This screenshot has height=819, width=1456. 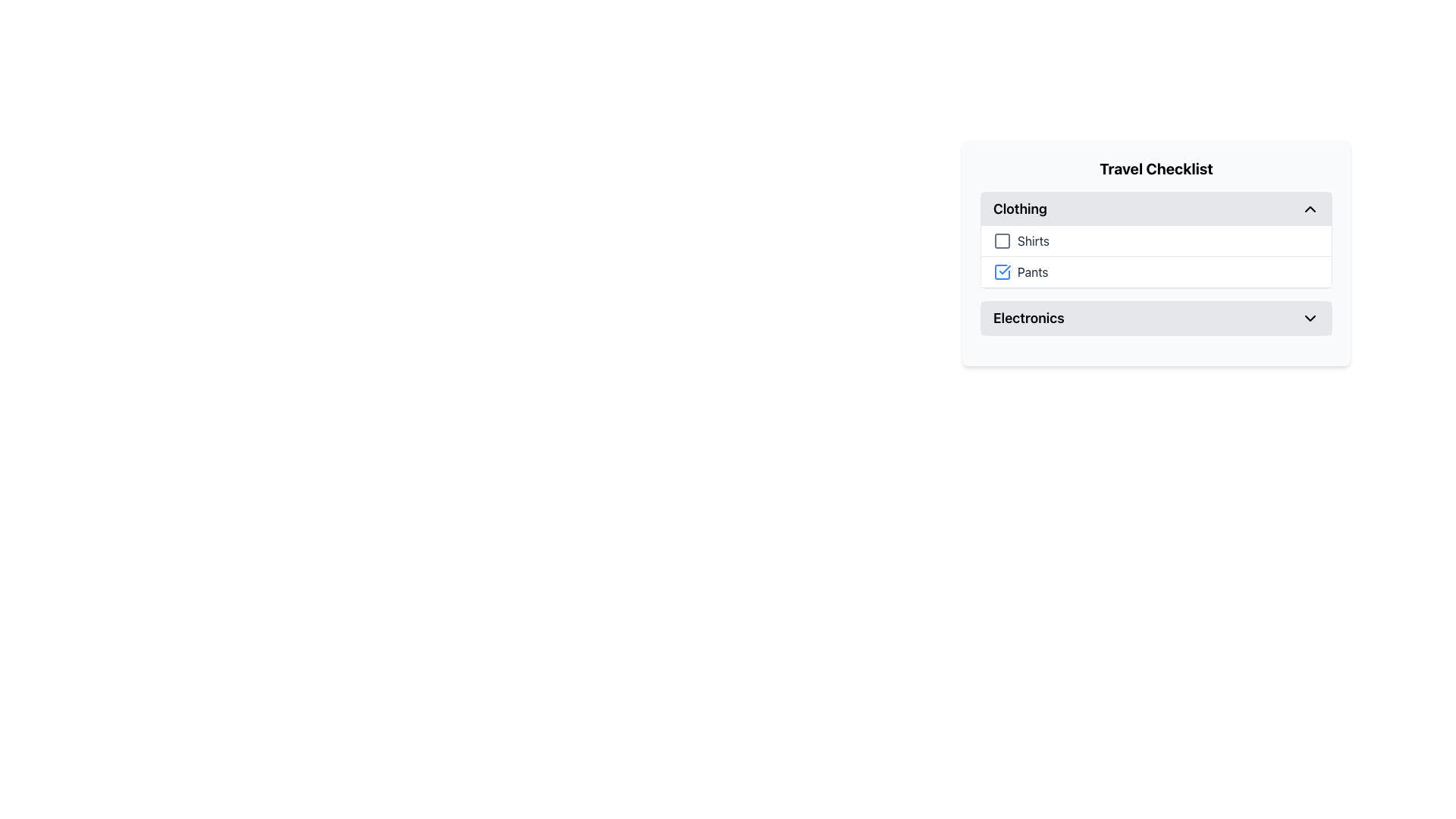 I want to click on the 'Shirts' and 'Pants' items in the Clothing checklist to trigger a potential color change or tooltip display, so click(x=1156, y=256).